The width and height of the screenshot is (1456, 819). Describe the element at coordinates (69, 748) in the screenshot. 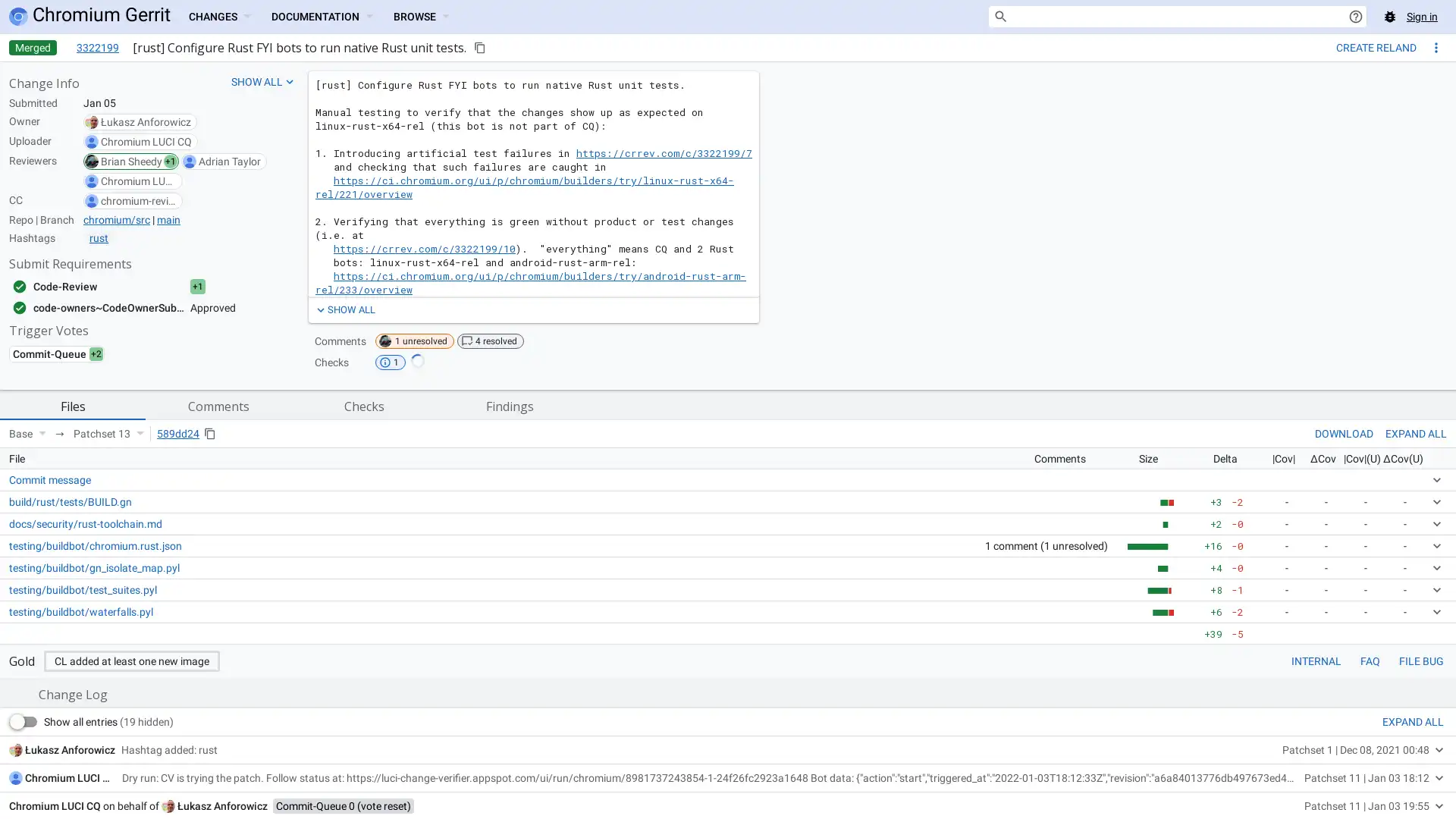

I see `ukasz Anforowicz` at that location.